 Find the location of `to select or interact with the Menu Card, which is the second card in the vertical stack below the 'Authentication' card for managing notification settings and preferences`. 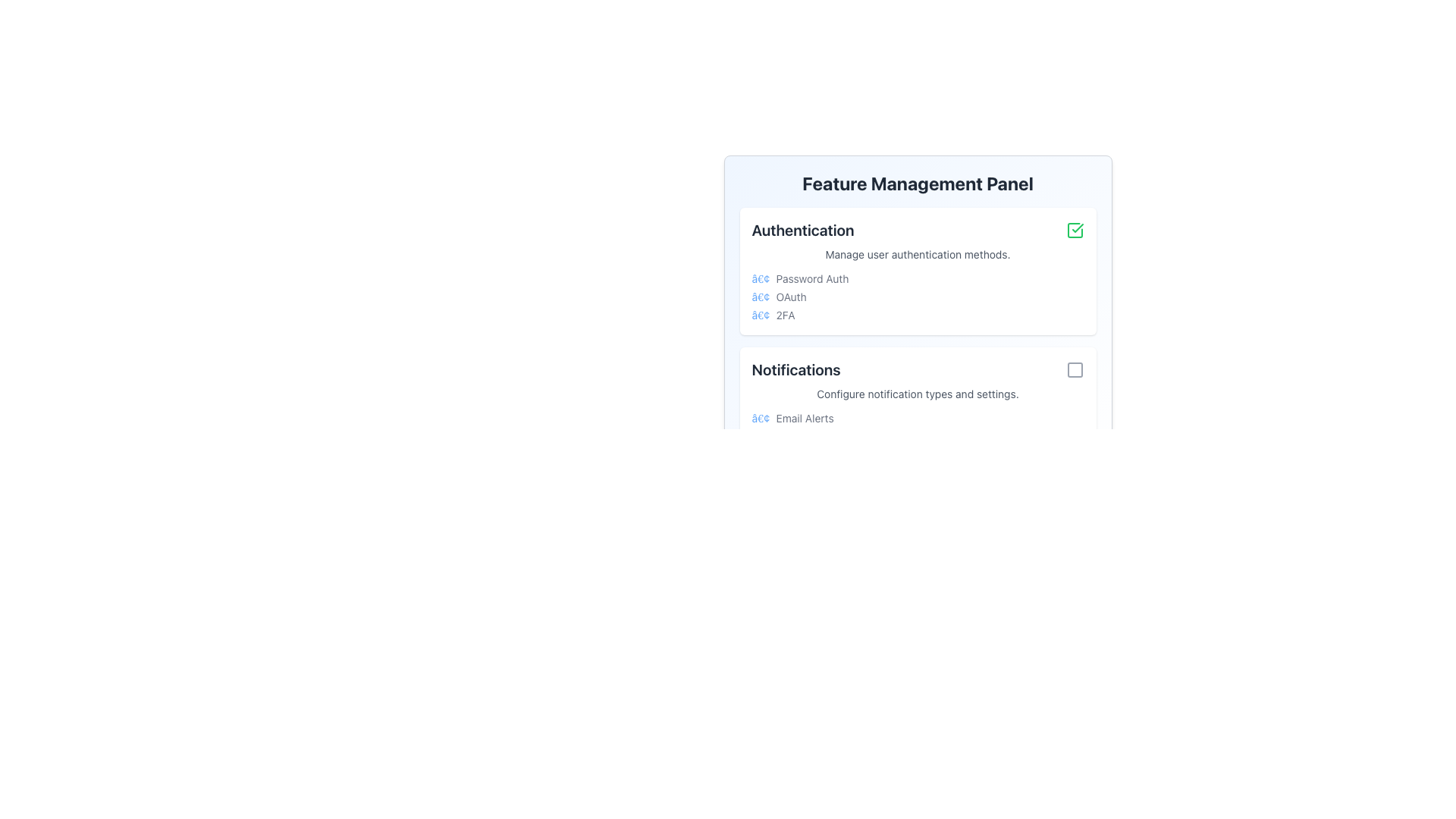

to select or interact with the Menu Card, which is the second card in the vertical stack below the 'Authentication' card for managing notification settings and preferences is located at coordinates (917, 411).